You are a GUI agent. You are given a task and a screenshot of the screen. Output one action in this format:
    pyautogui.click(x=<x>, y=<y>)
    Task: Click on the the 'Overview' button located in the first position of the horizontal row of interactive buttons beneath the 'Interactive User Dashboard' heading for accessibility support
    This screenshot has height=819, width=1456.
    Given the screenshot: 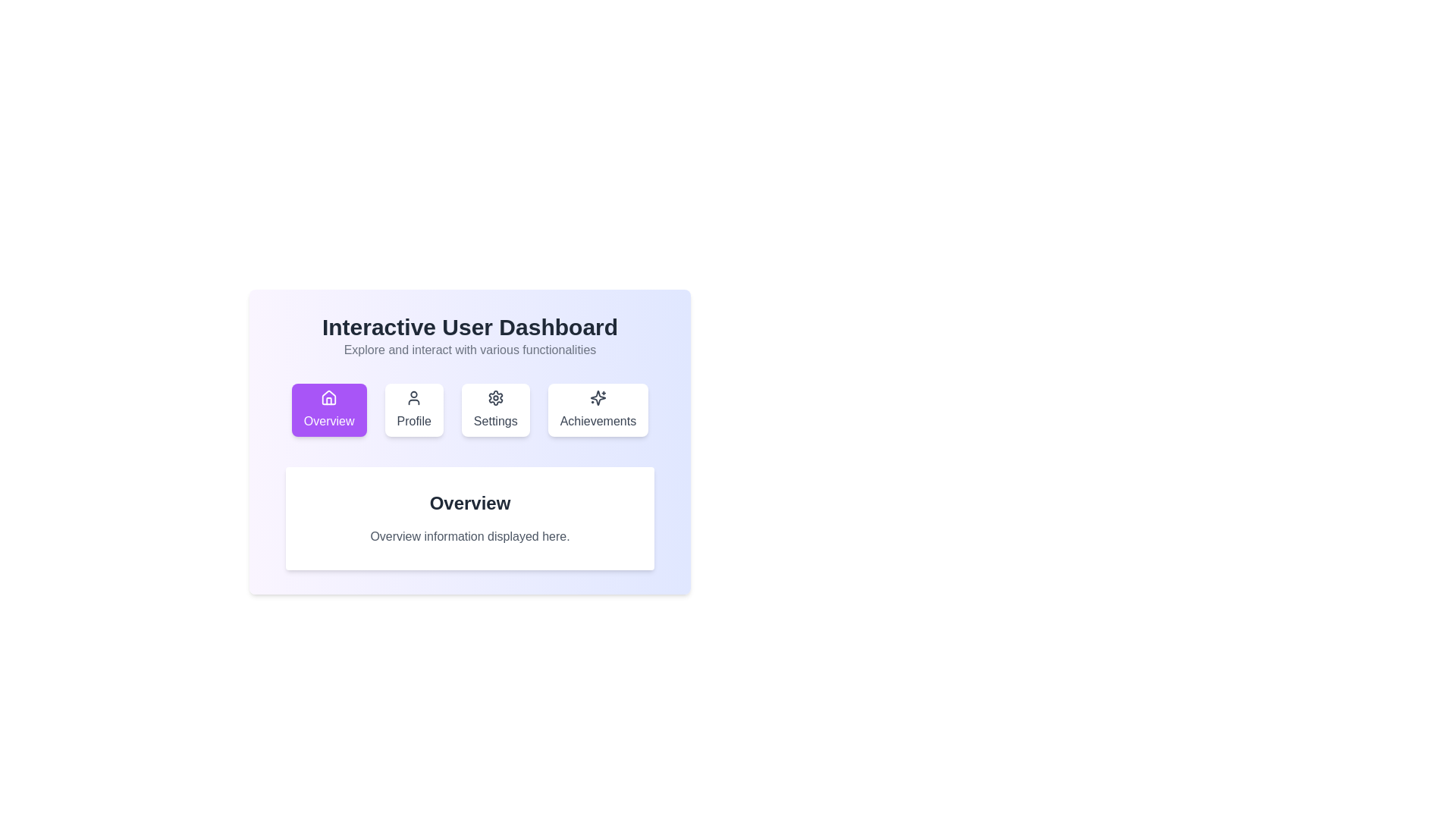 What is the action you would take?
    pyautogui.click(x=328, y=409)
    